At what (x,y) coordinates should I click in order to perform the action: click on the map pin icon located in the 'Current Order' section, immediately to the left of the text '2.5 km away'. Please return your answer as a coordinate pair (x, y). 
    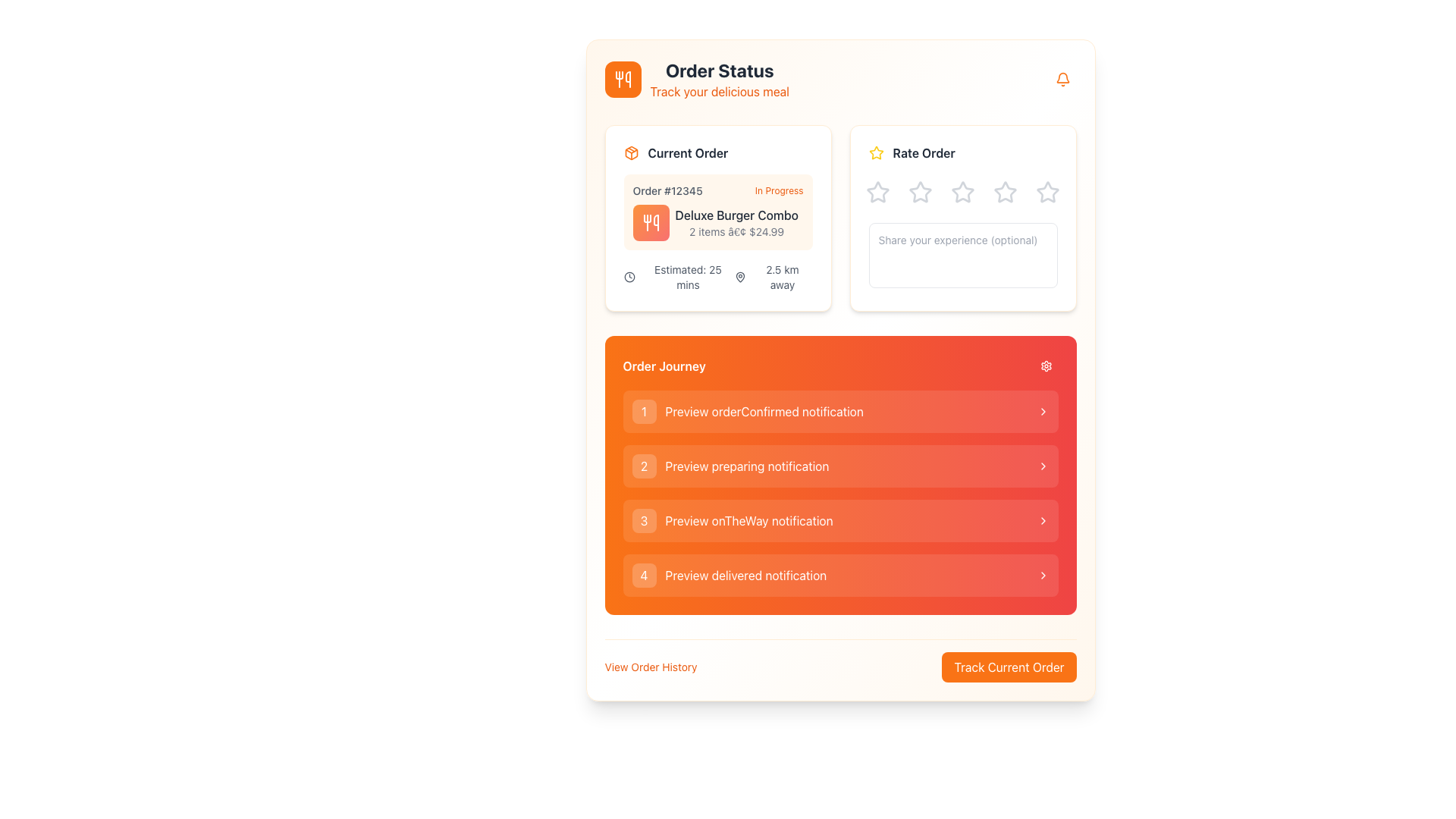
    Looking at the image, I should click on (740, 278).